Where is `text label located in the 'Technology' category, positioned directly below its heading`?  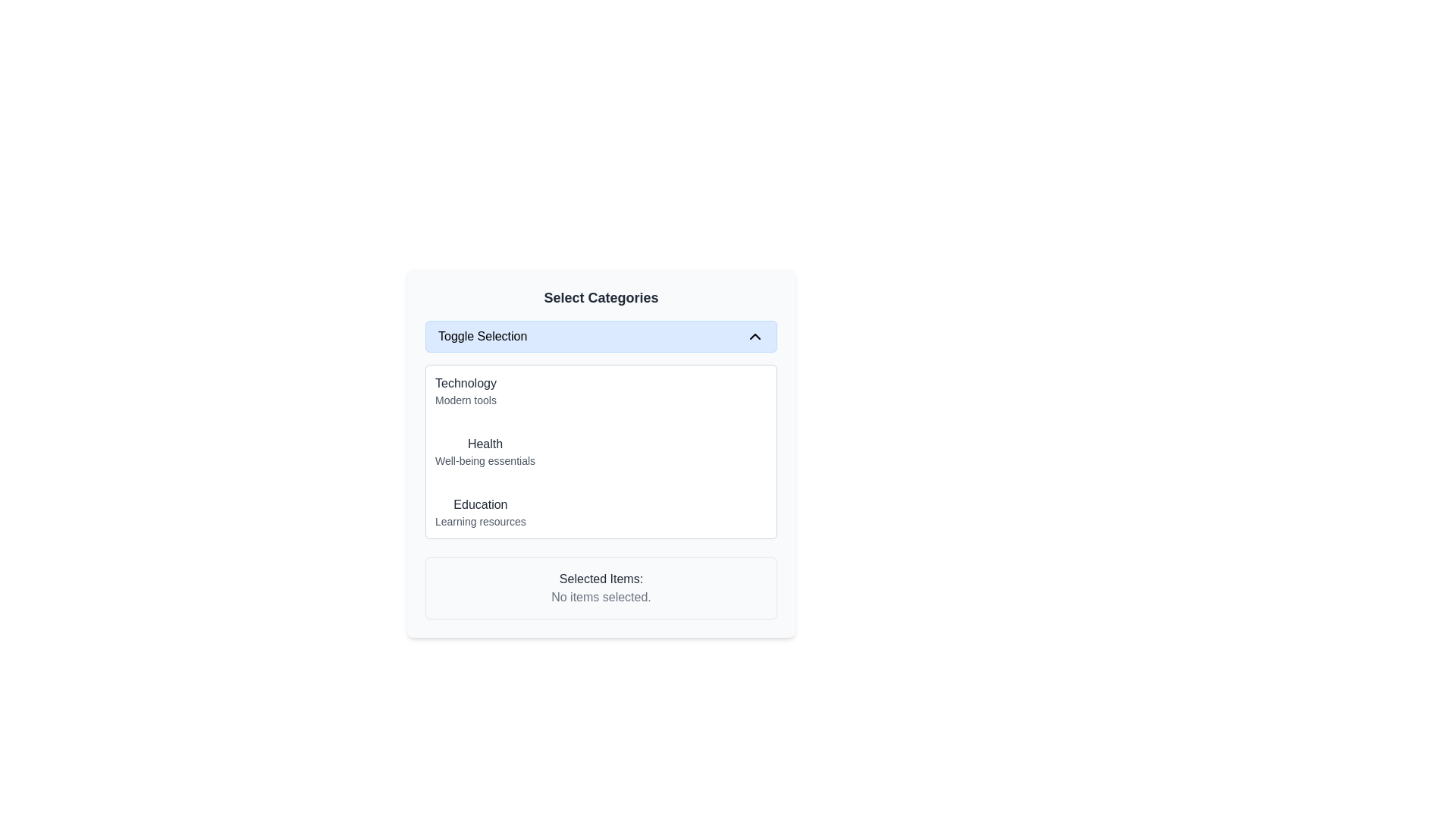 text label located in the 'Technology' category, positioned directly below its heading is located at coordinates (465, 400).